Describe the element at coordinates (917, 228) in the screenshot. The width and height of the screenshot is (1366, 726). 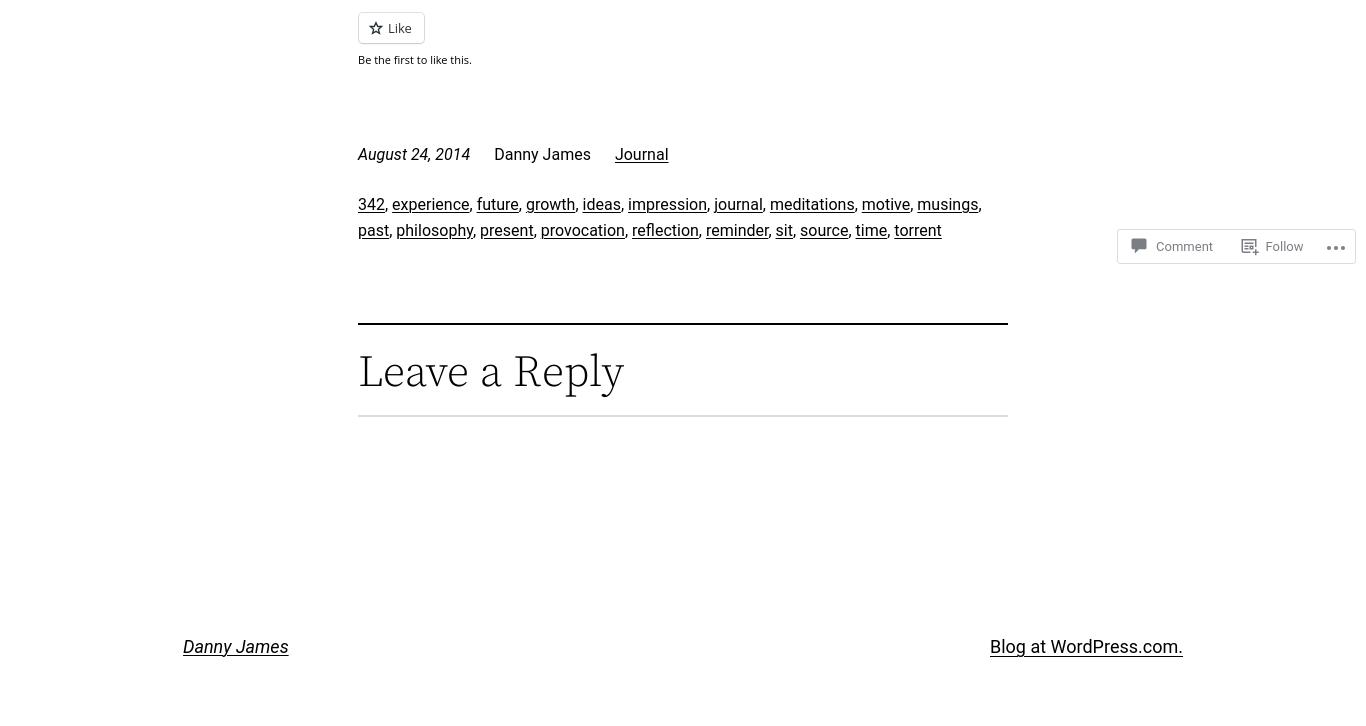
I see `'torrent'` at that location.